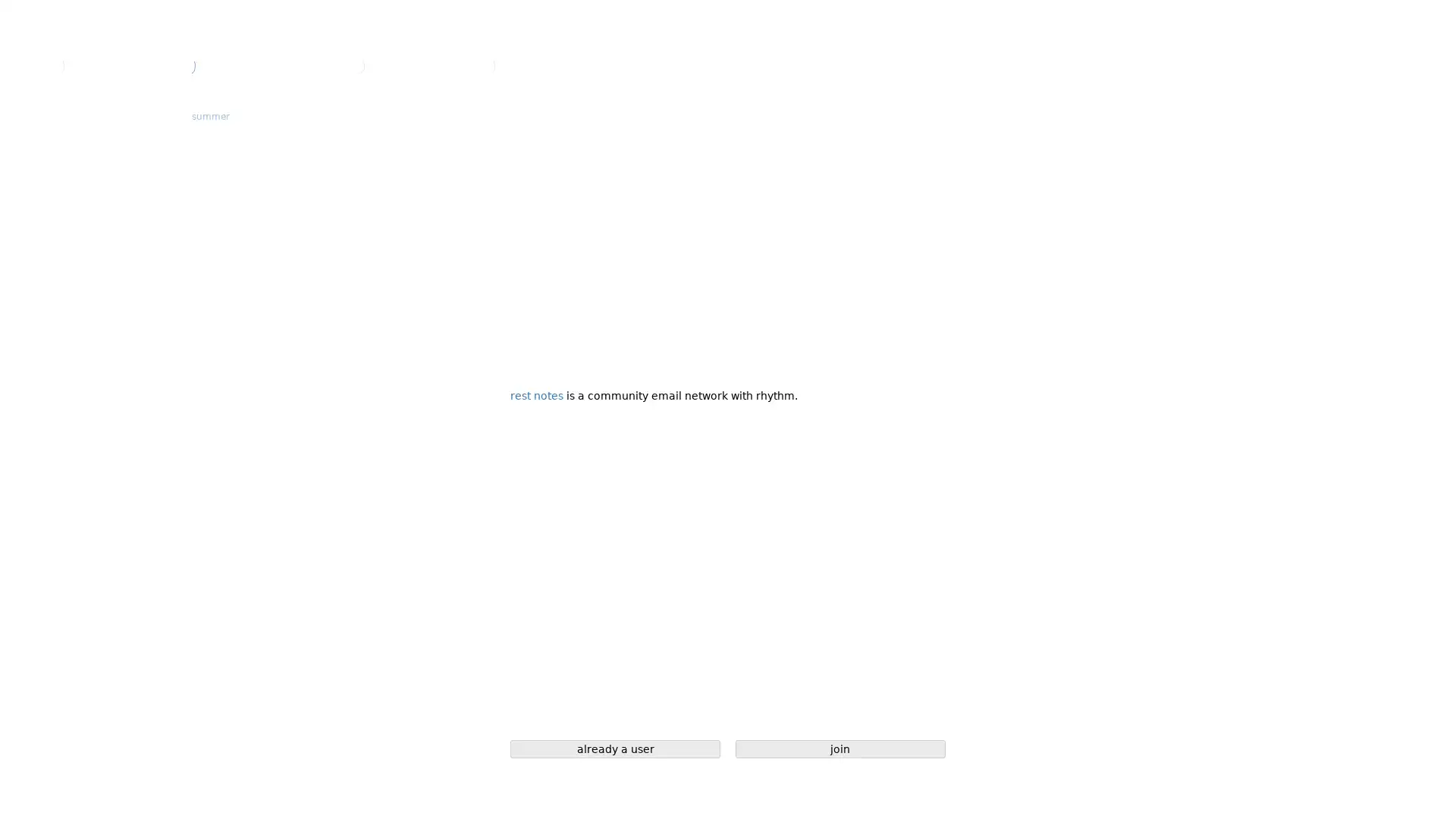 The height and width of the screenshot is (819, 1456). Describe the element at coordinates (615, 748) in the screenshot. I see `already a user` at that location.